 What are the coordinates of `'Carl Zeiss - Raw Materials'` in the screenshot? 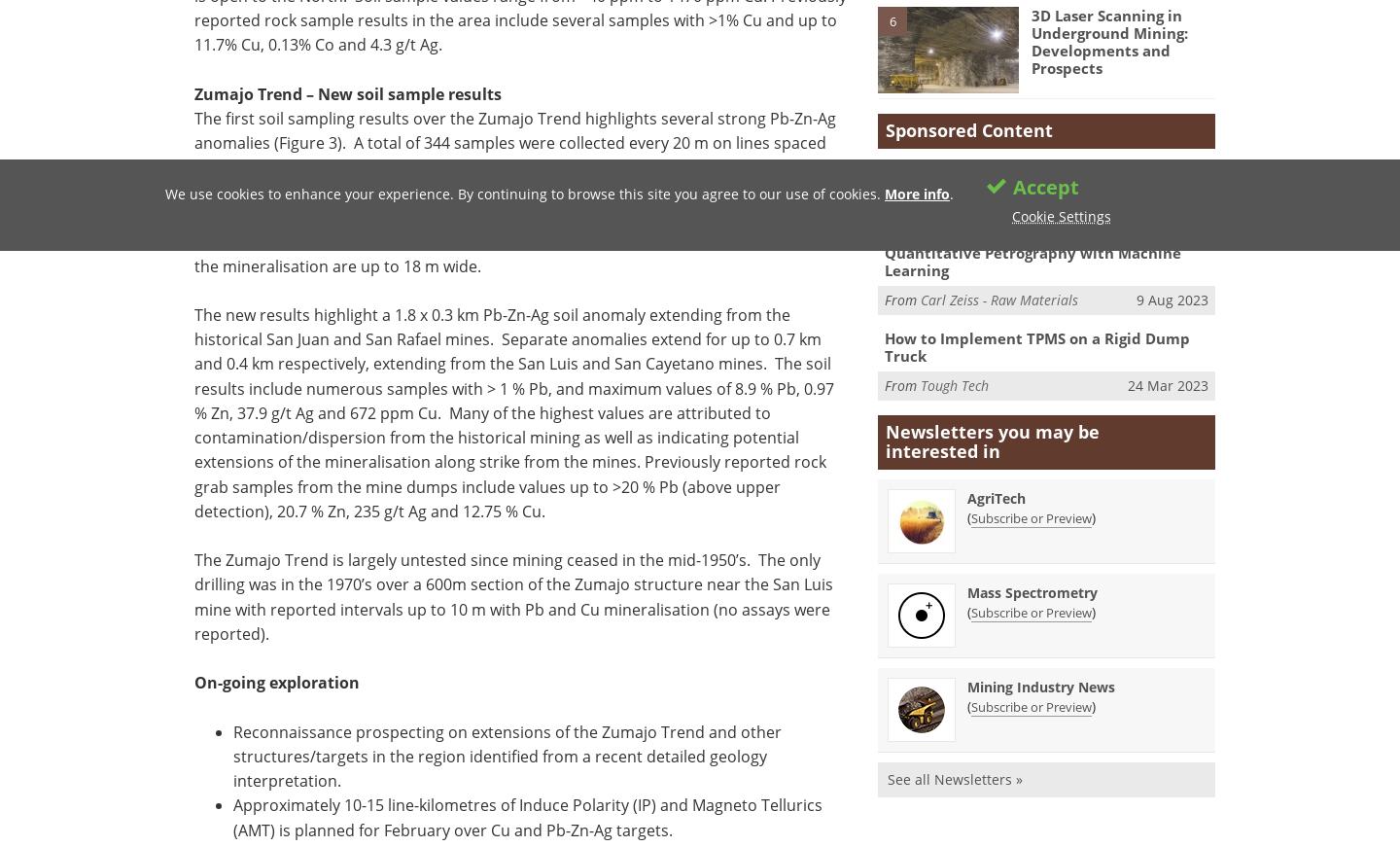 It's located at (999, 298).